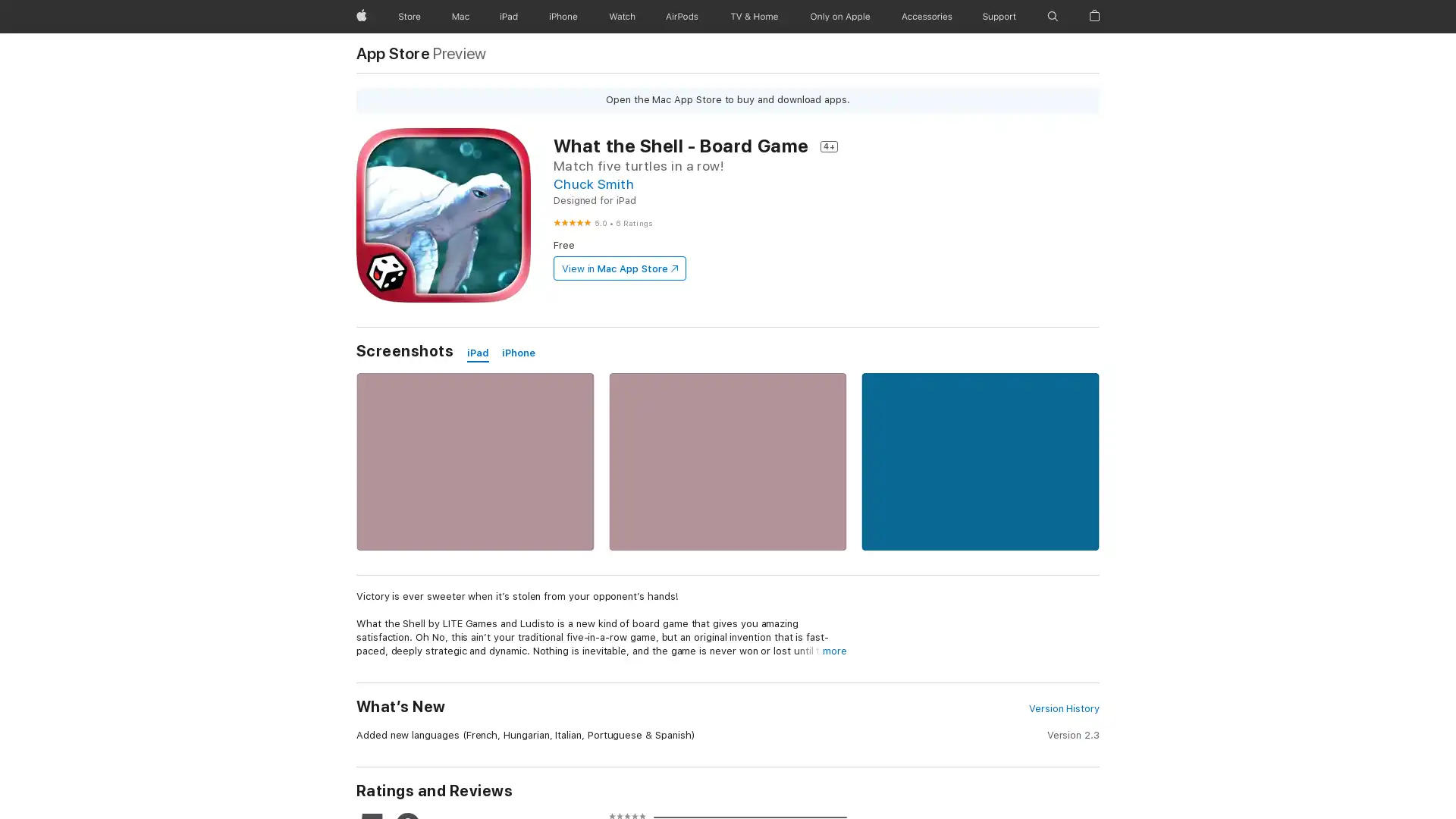 The width and height of the screenshot is (1456, 819). Describe the element at coordinates (1062, 708) in the screenshot. I see `Version History` at that location.